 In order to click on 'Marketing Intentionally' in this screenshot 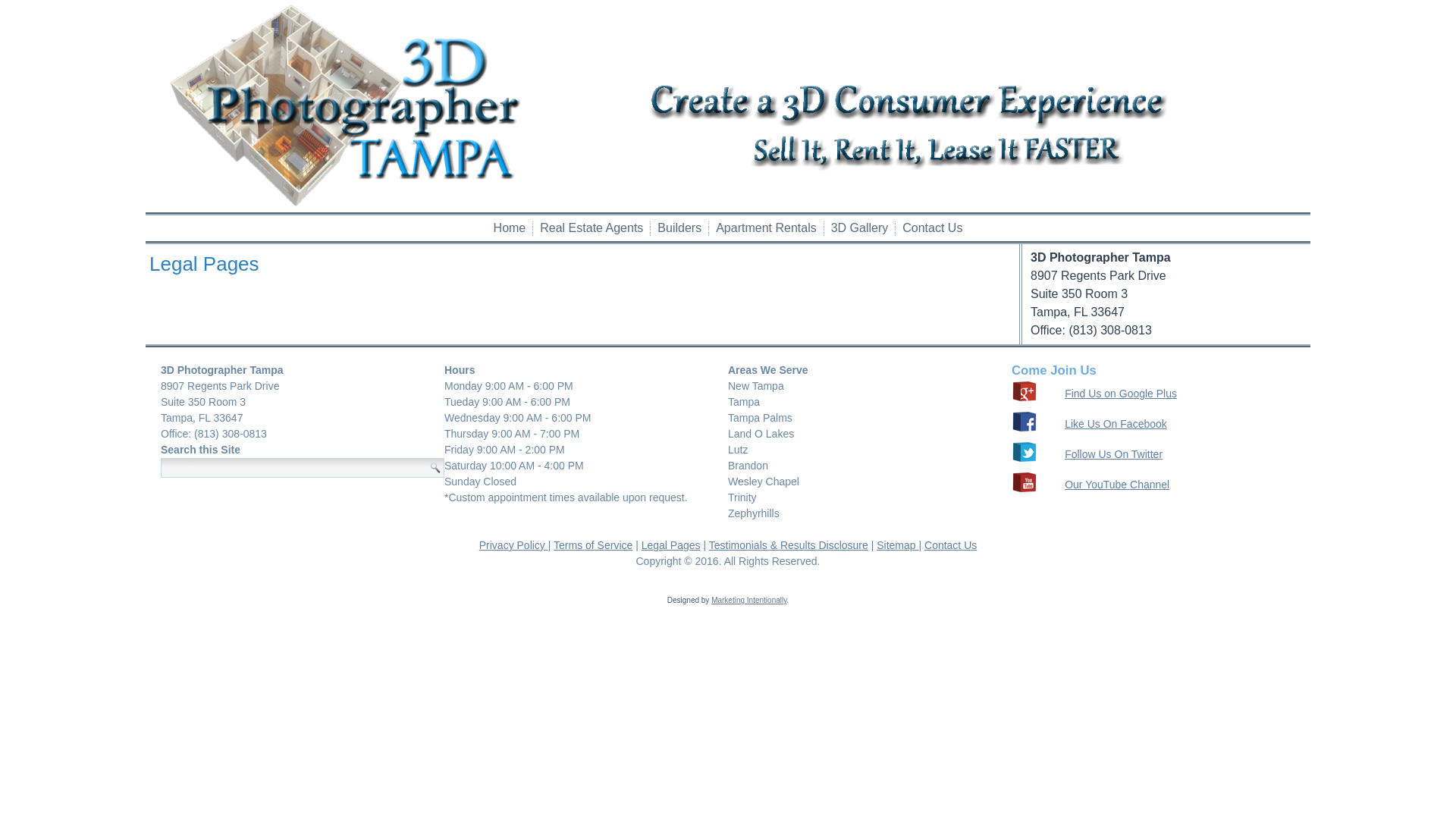, I will do `click(710, 599)`.